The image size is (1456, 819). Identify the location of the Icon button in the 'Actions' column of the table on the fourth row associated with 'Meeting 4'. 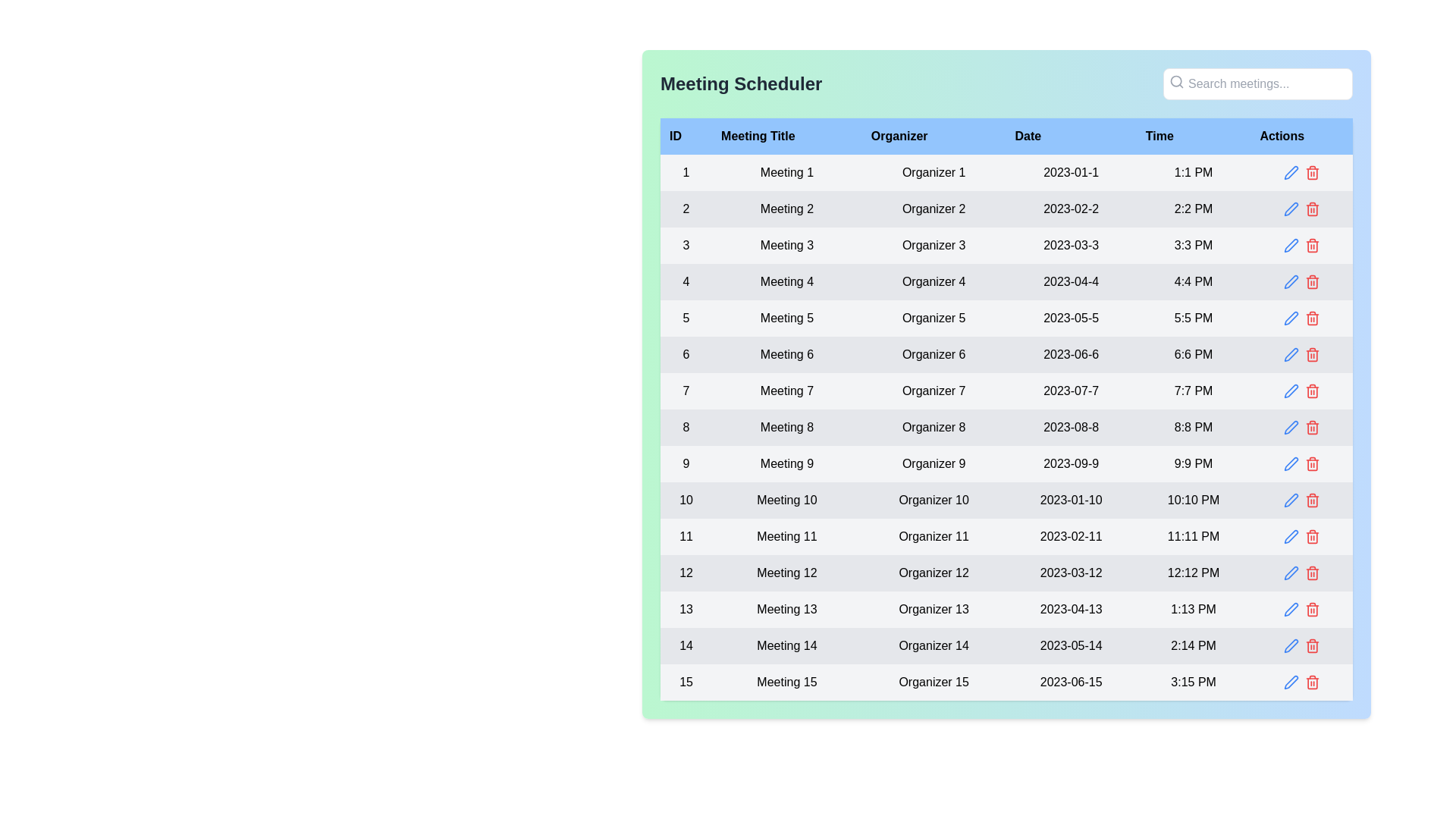
(1290, 281).